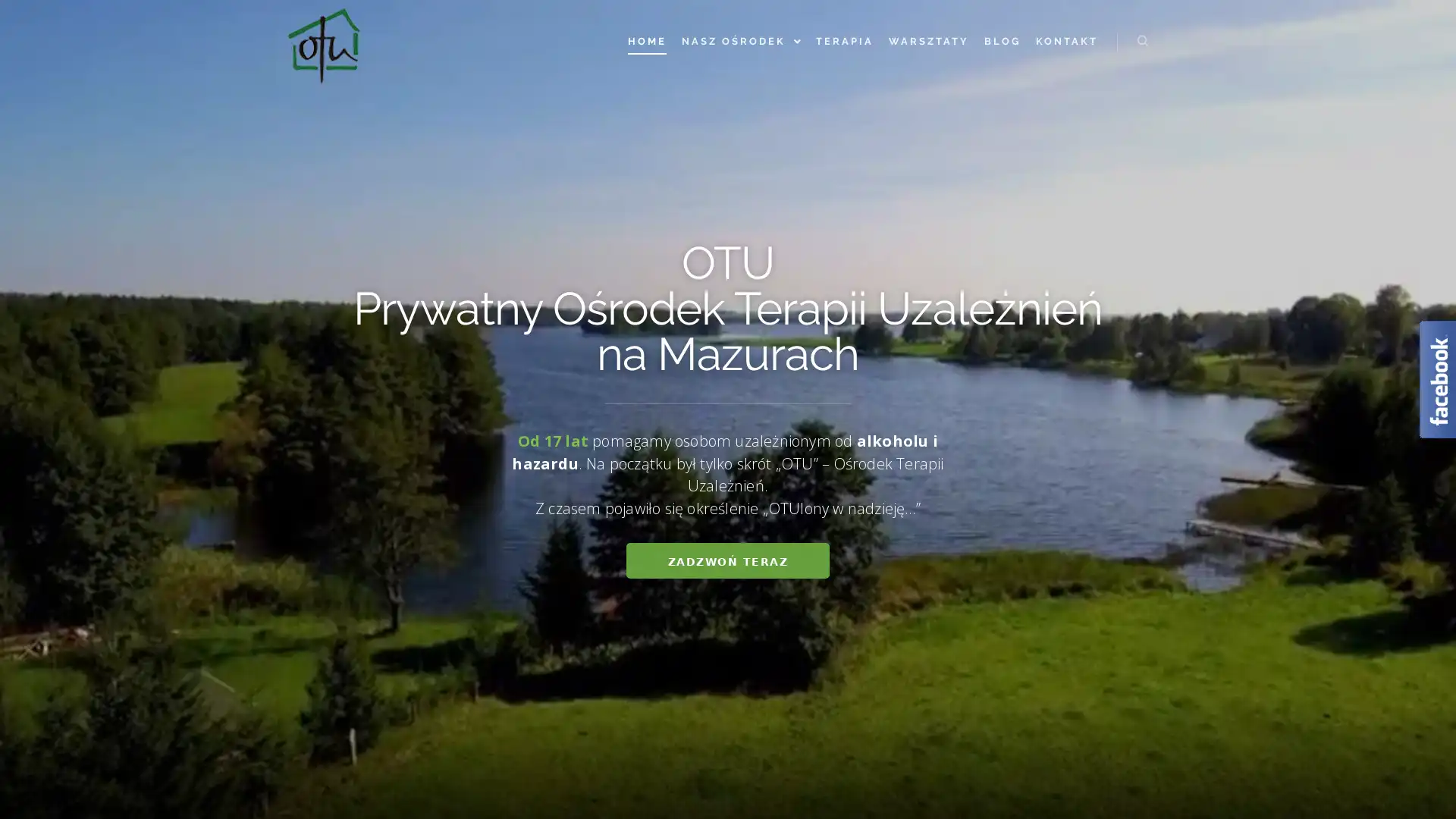  Describe the element at coordinates (1143, 40) in the screenshot. I see `Szukaj` at that location.